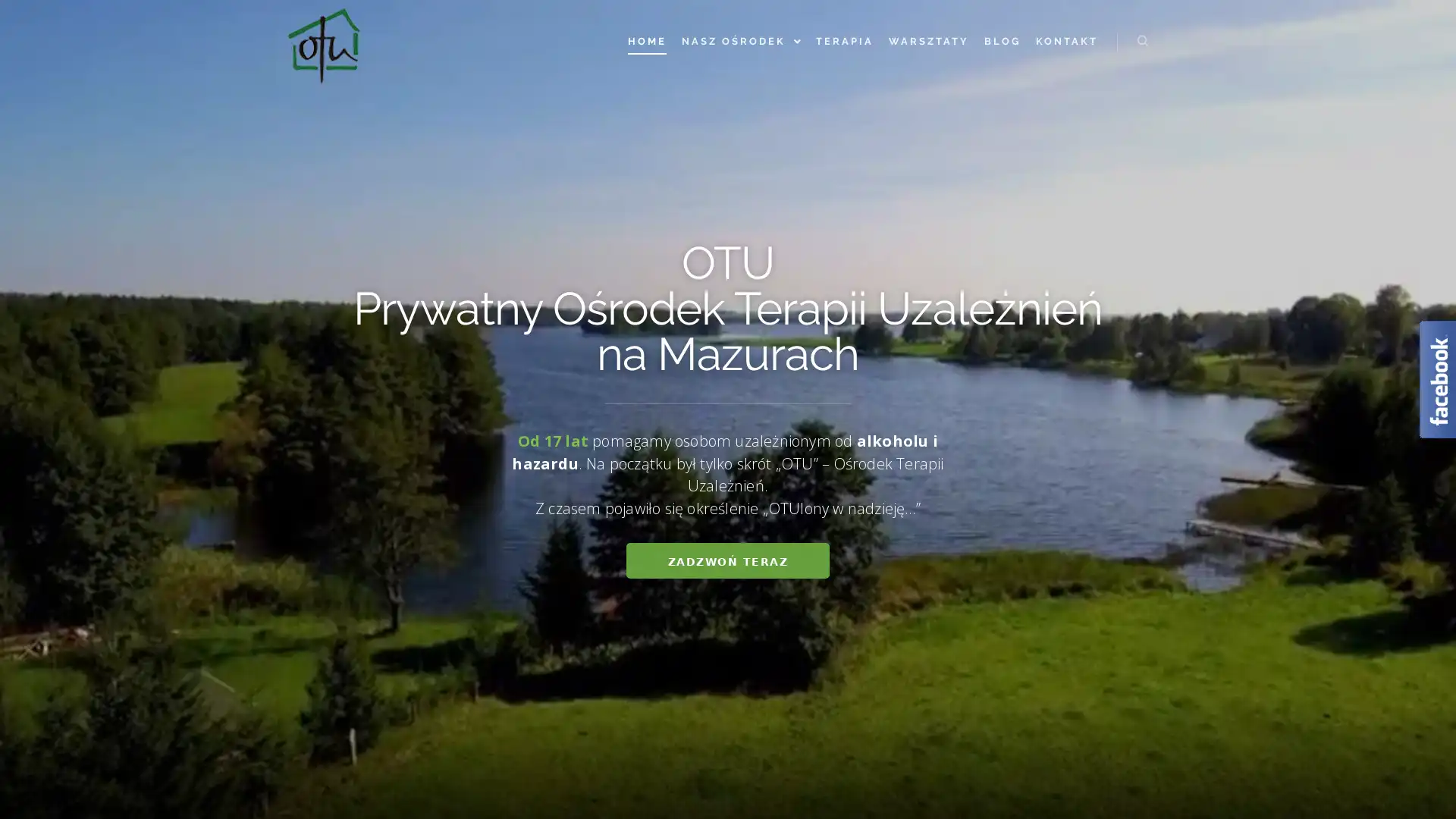  Describe the element at coordinates (1143, 40) in the screenshot. I see `Szukaj` at that location.